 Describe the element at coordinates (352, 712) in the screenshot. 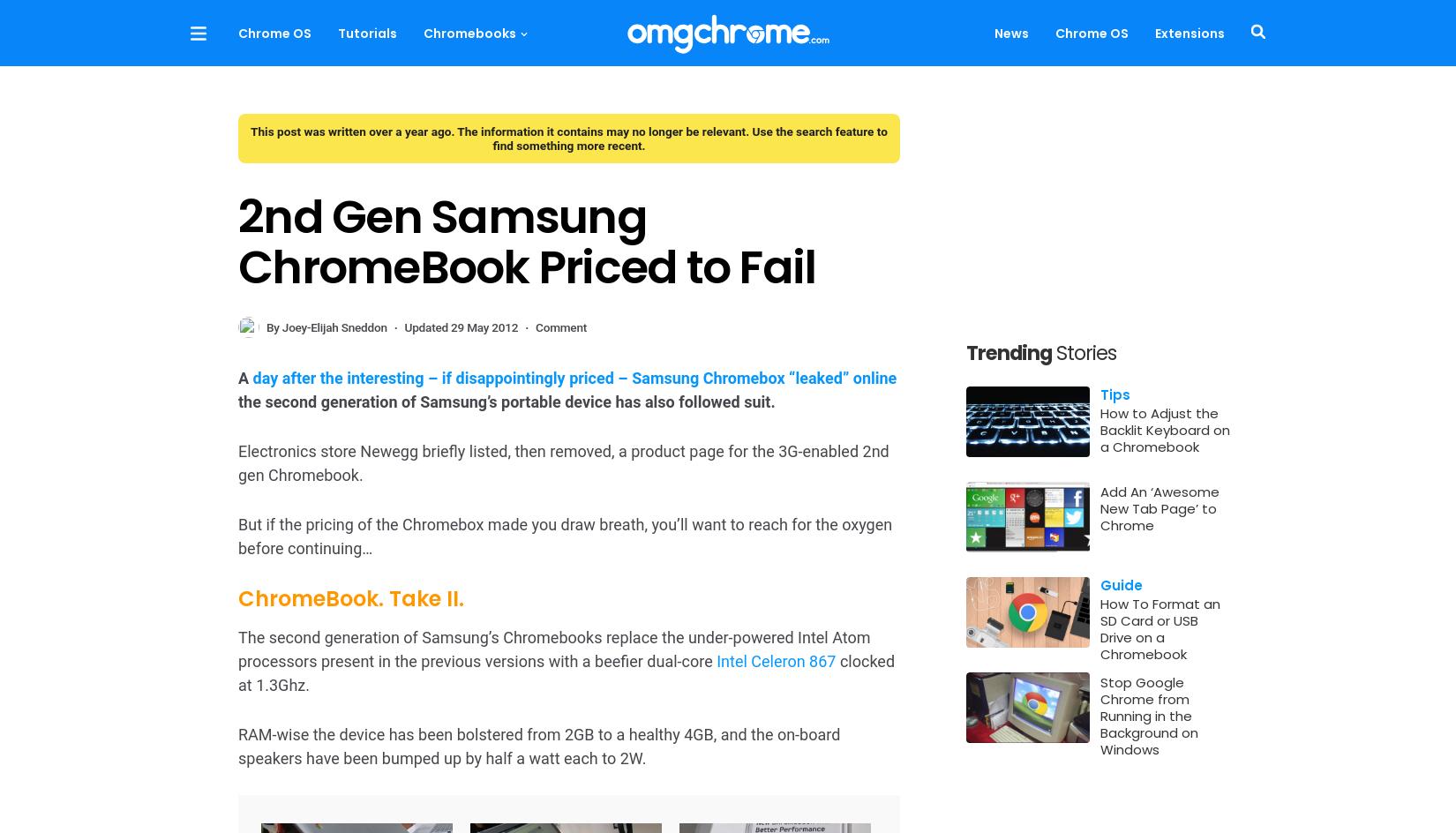

I see `'$549.99'` at that location.